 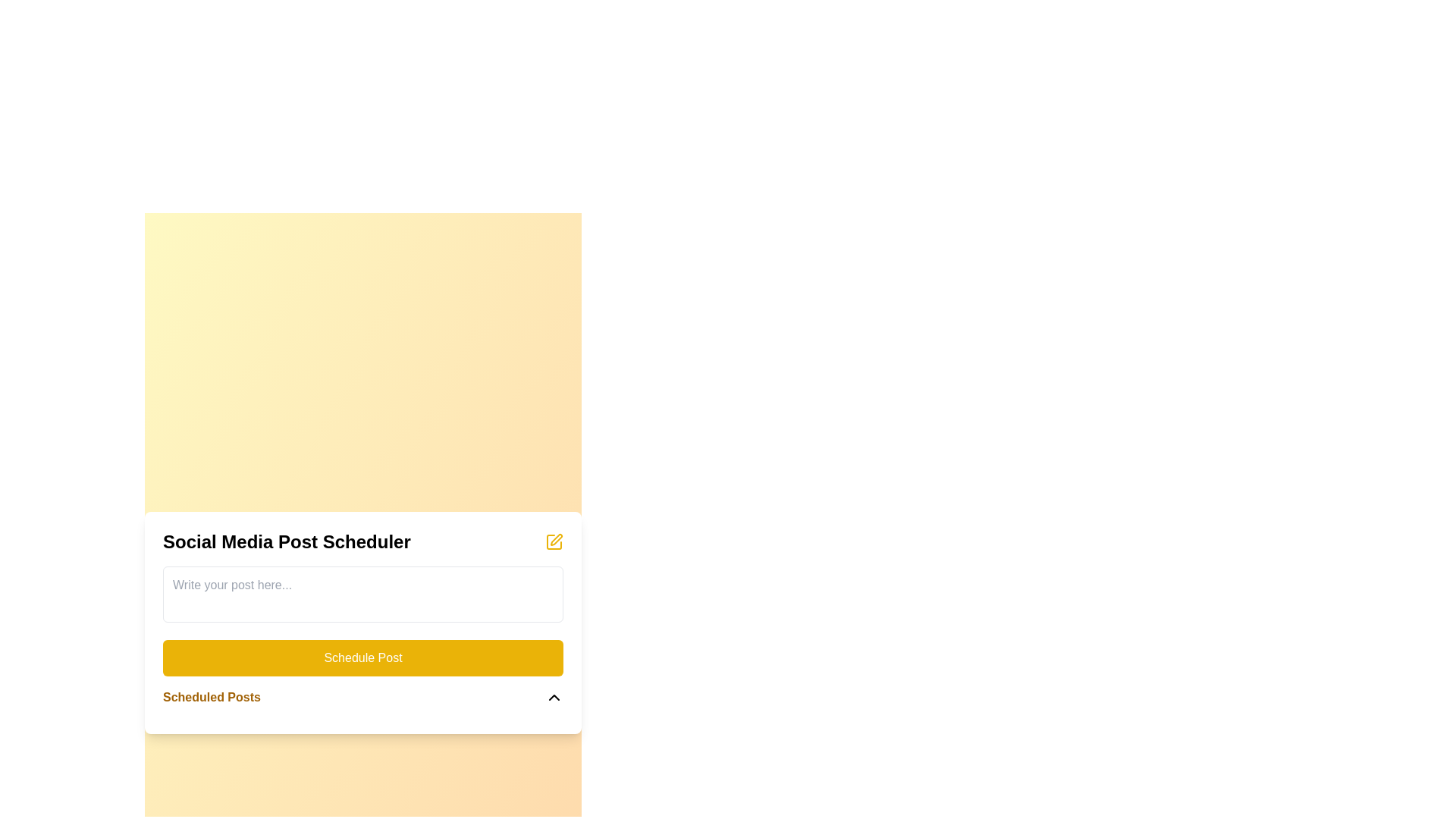 I want to click on the edit icon within the yellow square graphic located at the top-right corner of the scheduling posts UI as a visual cue, so click(x=556, y=538).